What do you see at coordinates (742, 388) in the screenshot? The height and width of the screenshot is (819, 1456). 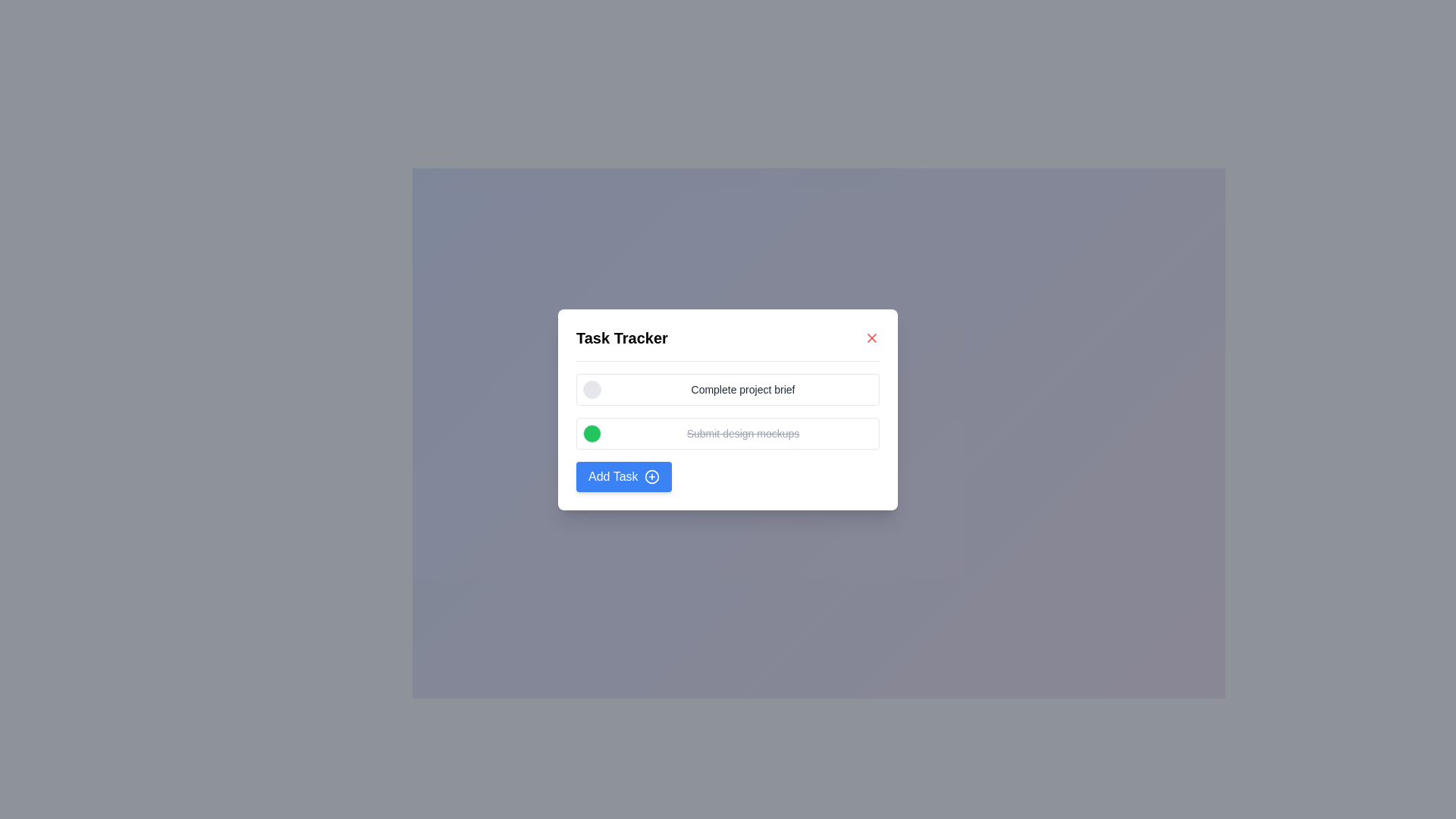 I see `the task label element that describes the first task entry in the 'Task Tracker' interface, located below the header and to the right of the circular status indicator` at bounding box center [742, 388].